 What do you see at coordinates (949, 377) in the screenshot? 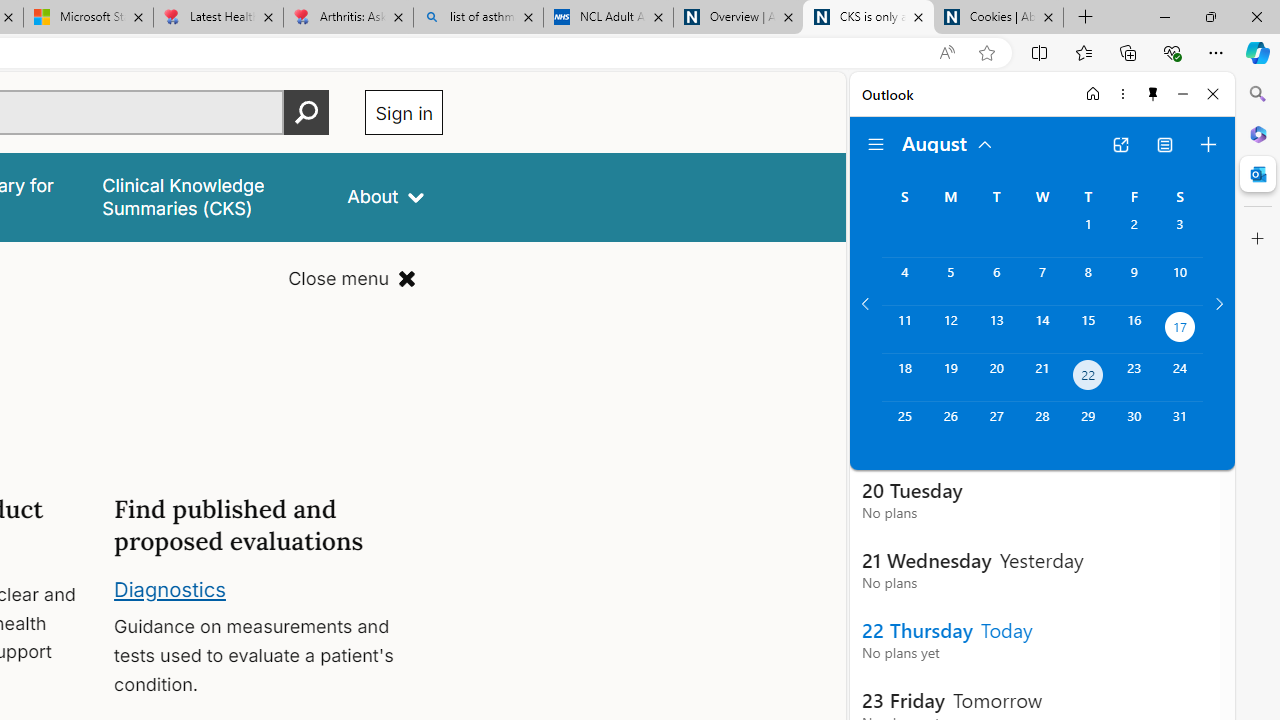
I see `'Monday, August 19, 2024. '` at bounding box center [949, 377].